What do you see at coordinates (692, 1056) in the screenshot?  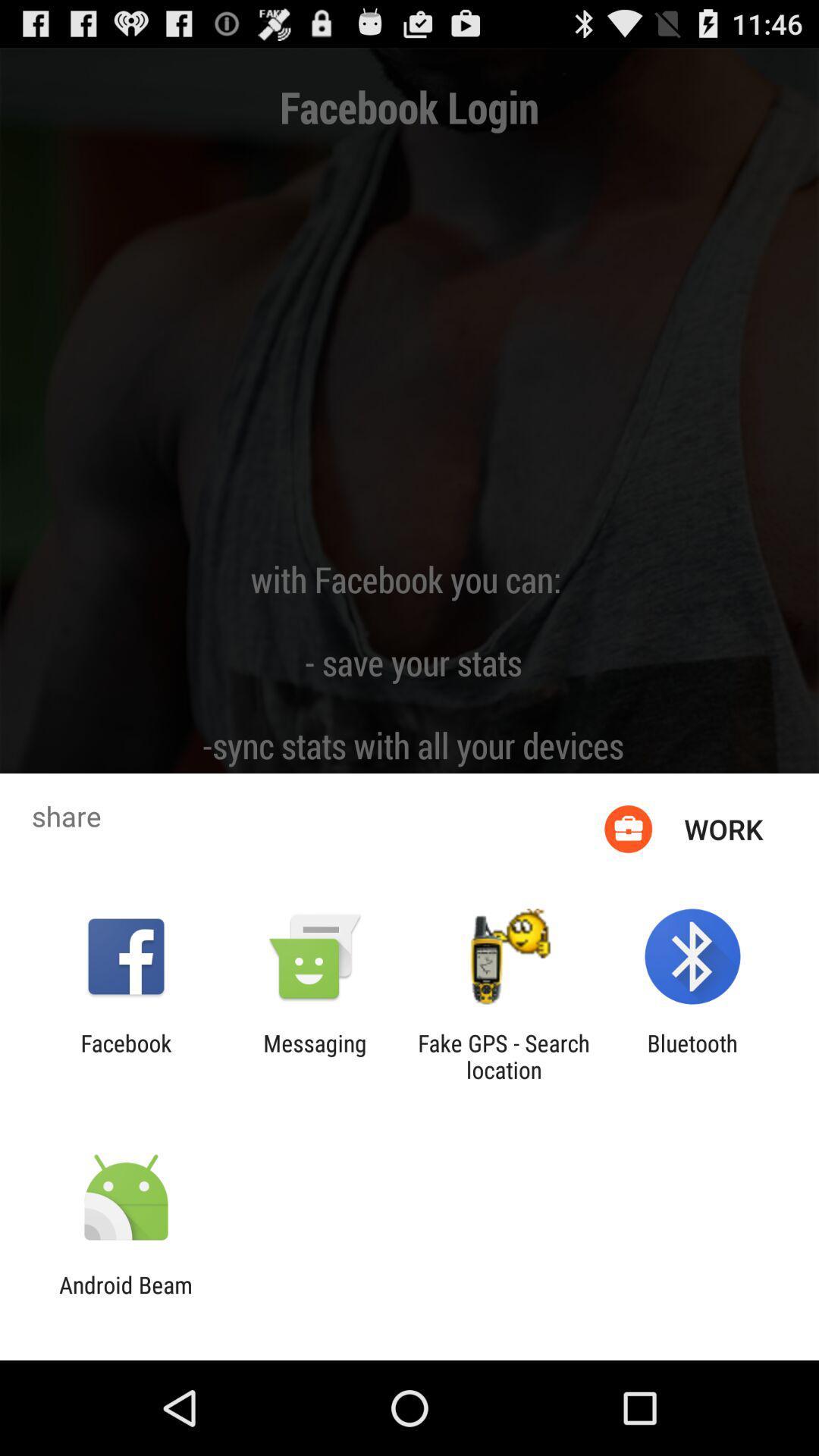 I see `the bluetooth at the bottom right corner` at bounding box center [692, 1056].